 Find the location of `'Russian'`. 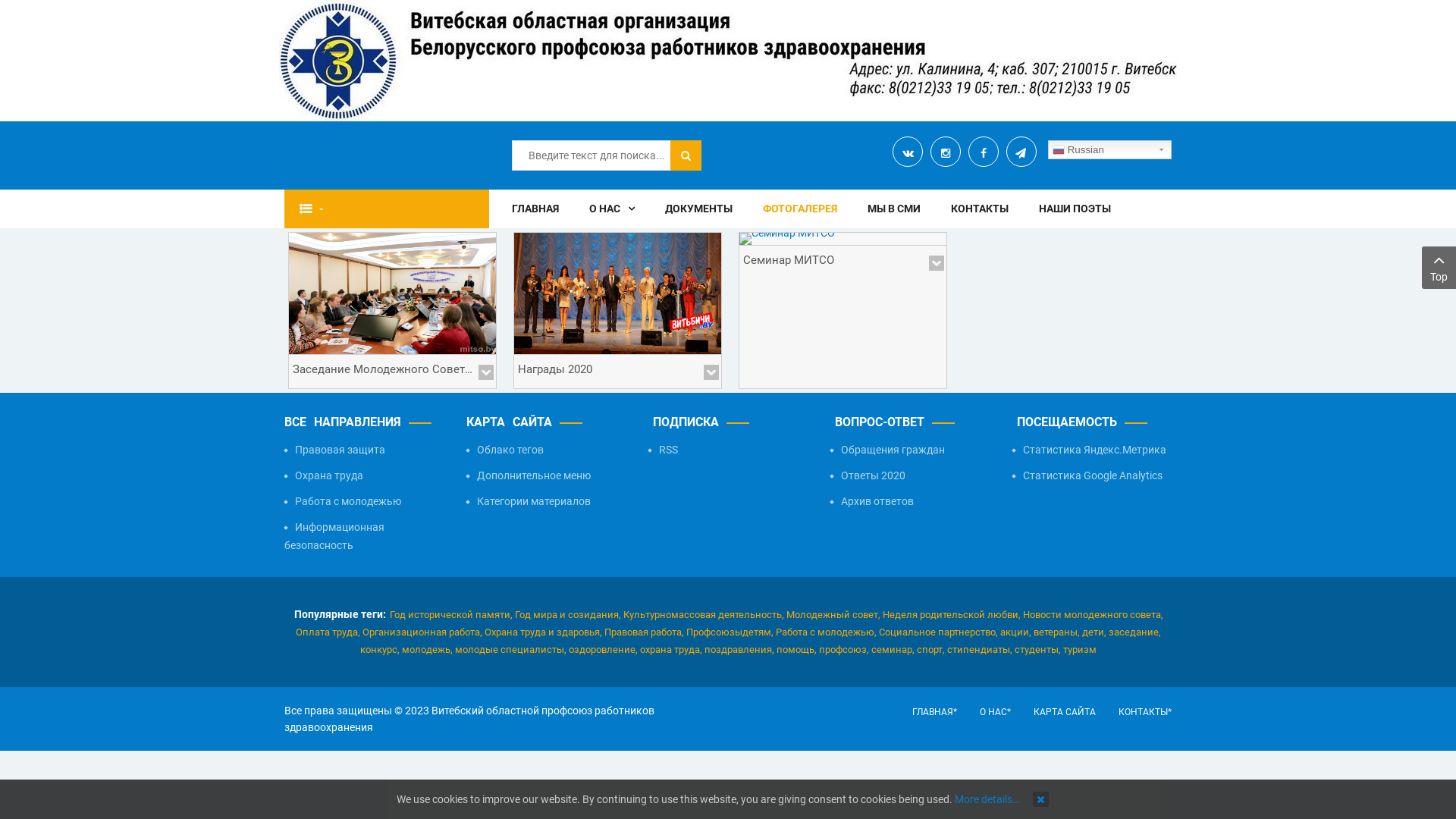

'Russian' is located at coordinates (1109, 149).